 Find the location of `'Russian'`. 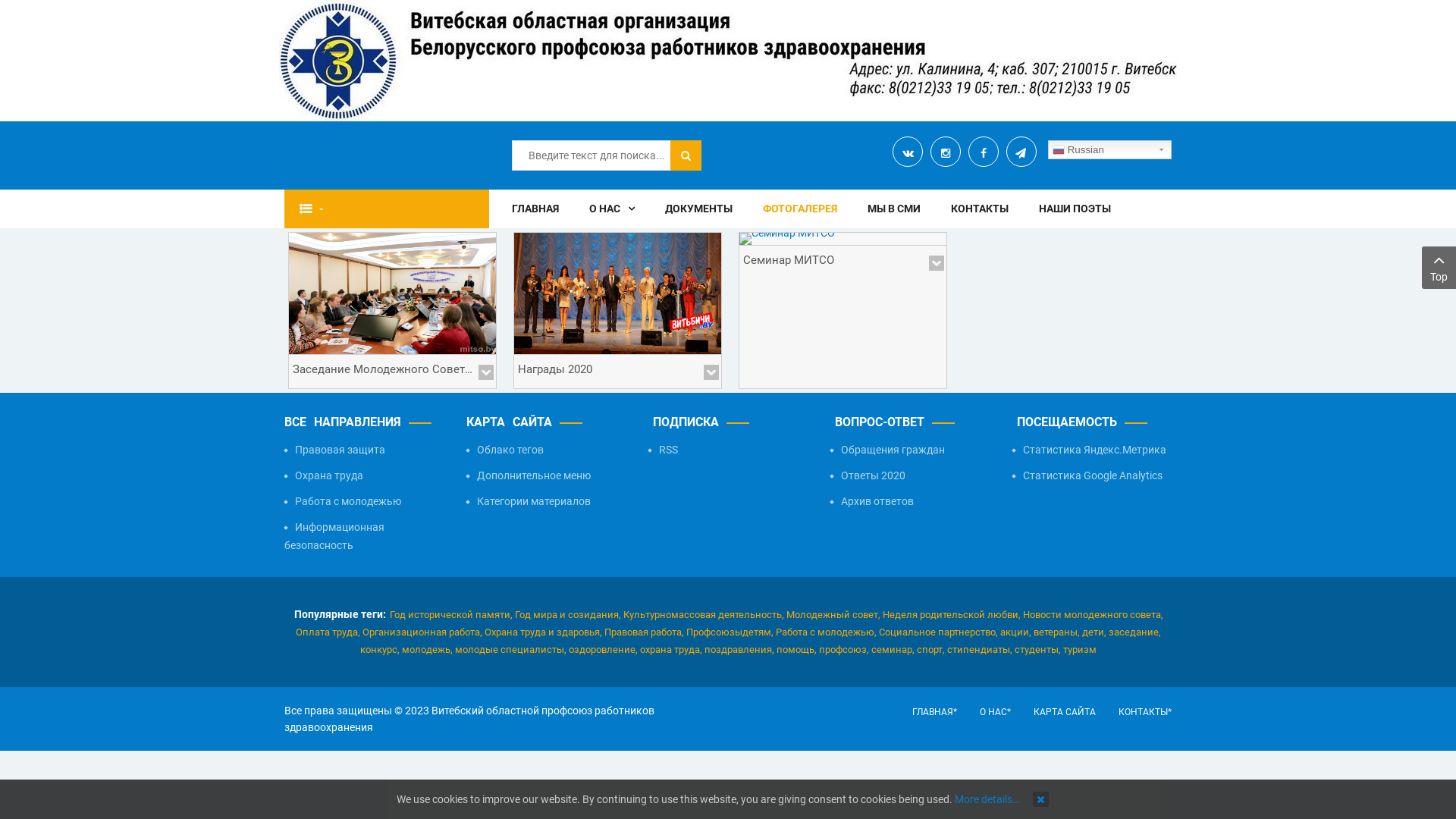

'Russian' is located at coordinates (1109, 149).